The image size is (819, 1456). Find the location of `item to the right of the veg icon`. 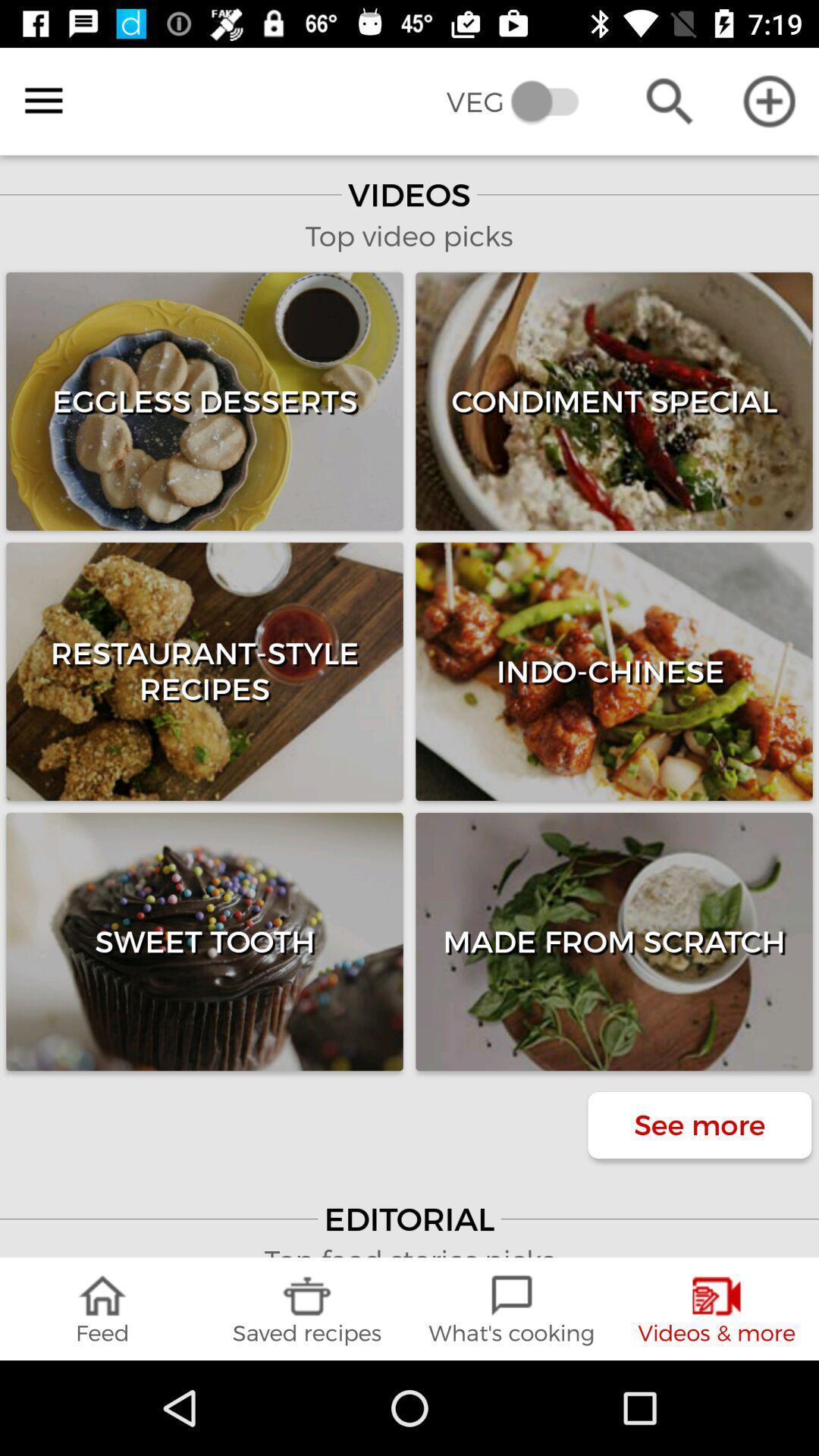

item to the right of the veg icon is located at coordinates (669, 100).